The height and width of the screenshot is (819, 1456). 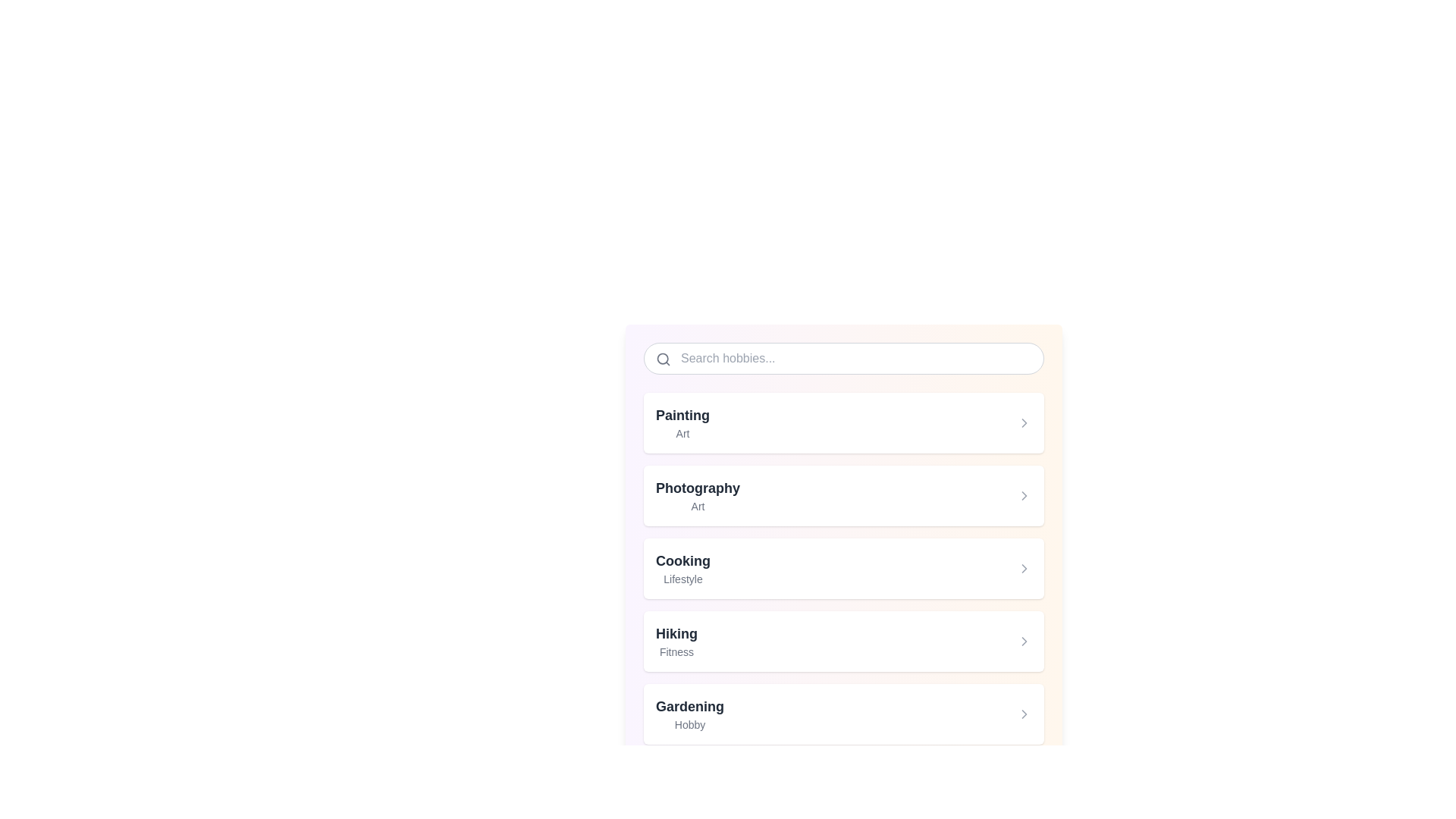 What do you see at coordinates (682, 423) in the screenshot?
I see `the 'Painting' text label, which is the first item in a vertical list under the search bar, indicating it relates to the 'Art' category` at bounding box center [682, 423].